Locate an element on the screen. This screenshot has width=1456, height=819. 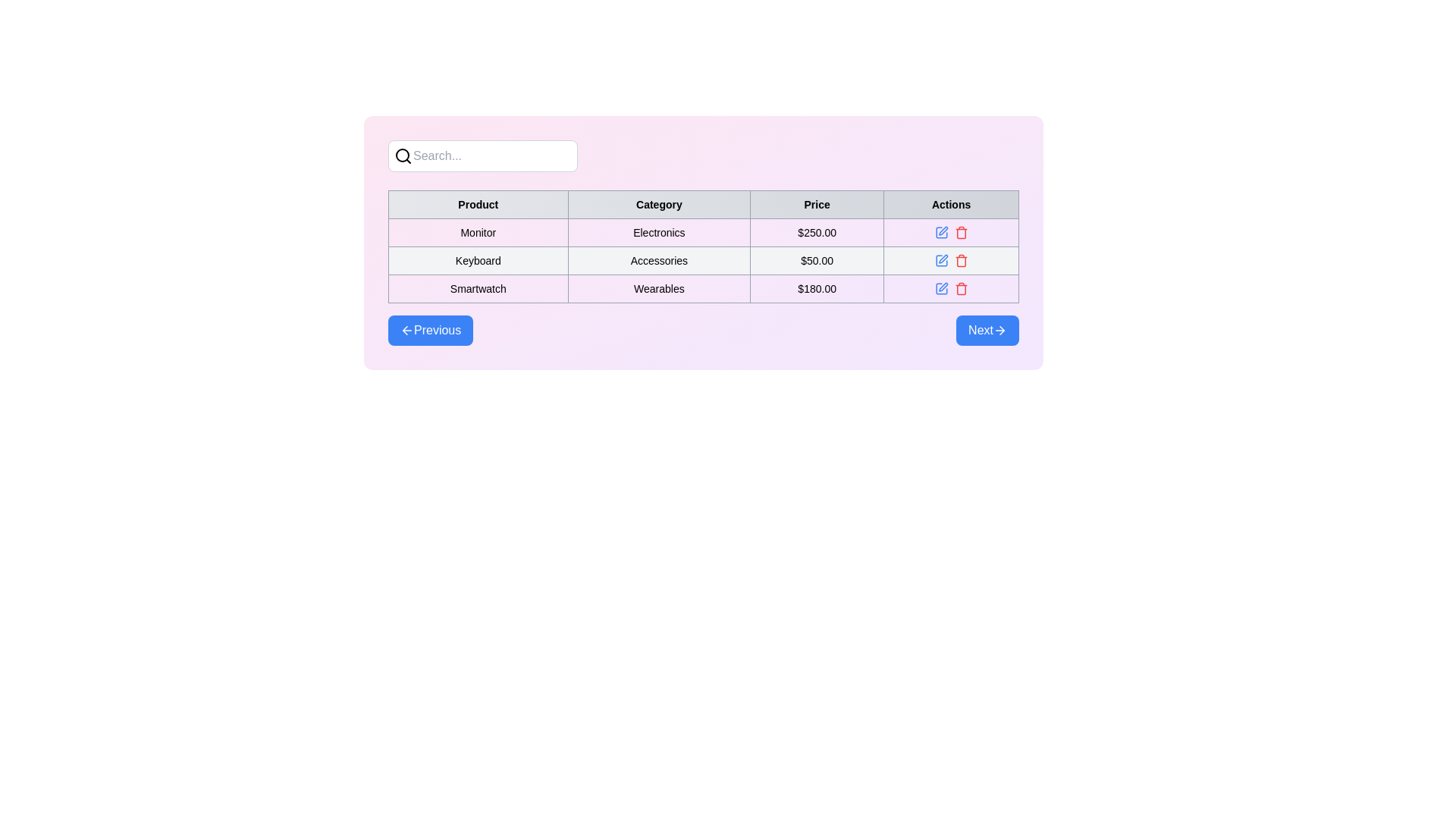
the price text label for the Smartwatch, which is located in the third item of the 'Price' column in the table is located at coordinates (816, 289).